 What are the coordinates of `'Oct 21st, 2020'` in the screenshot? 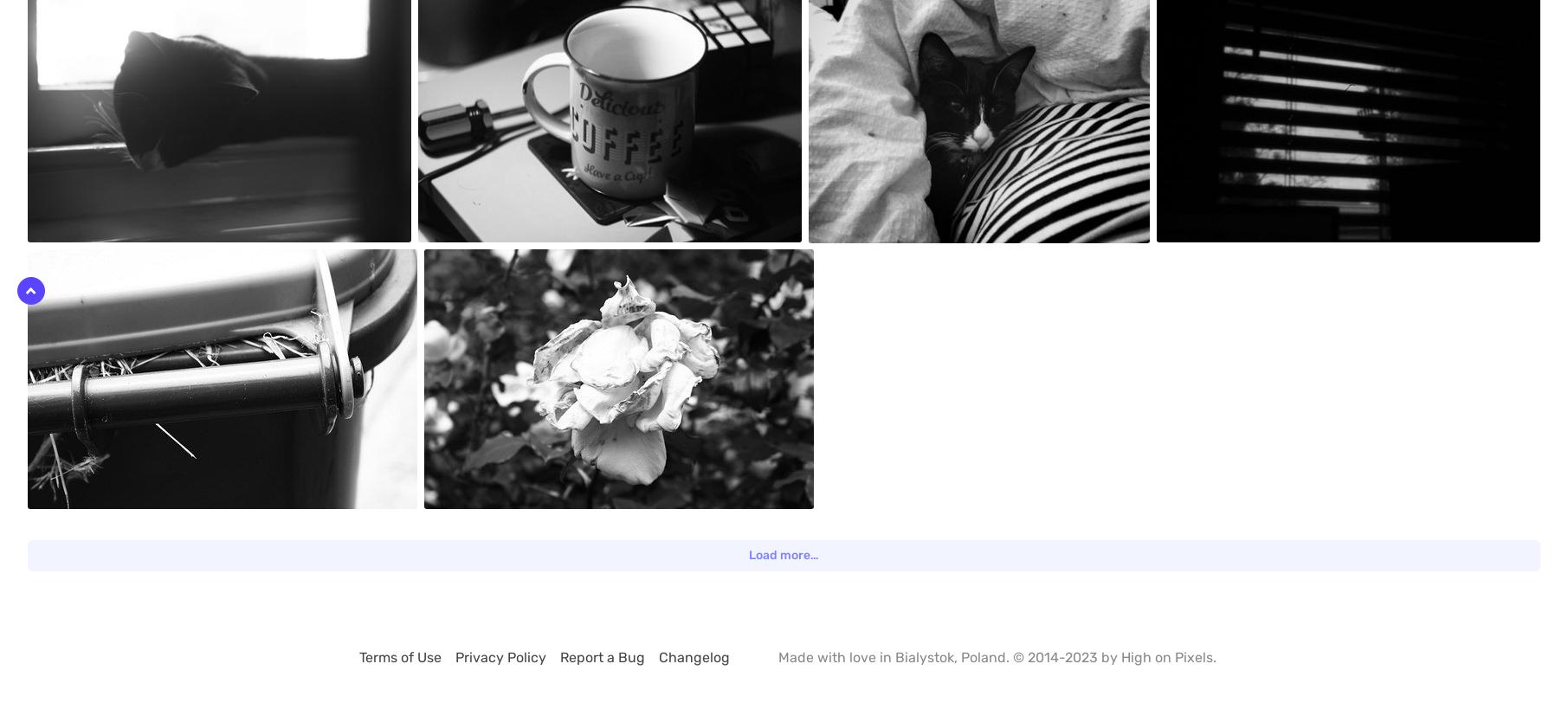 It's located at (466, 262).